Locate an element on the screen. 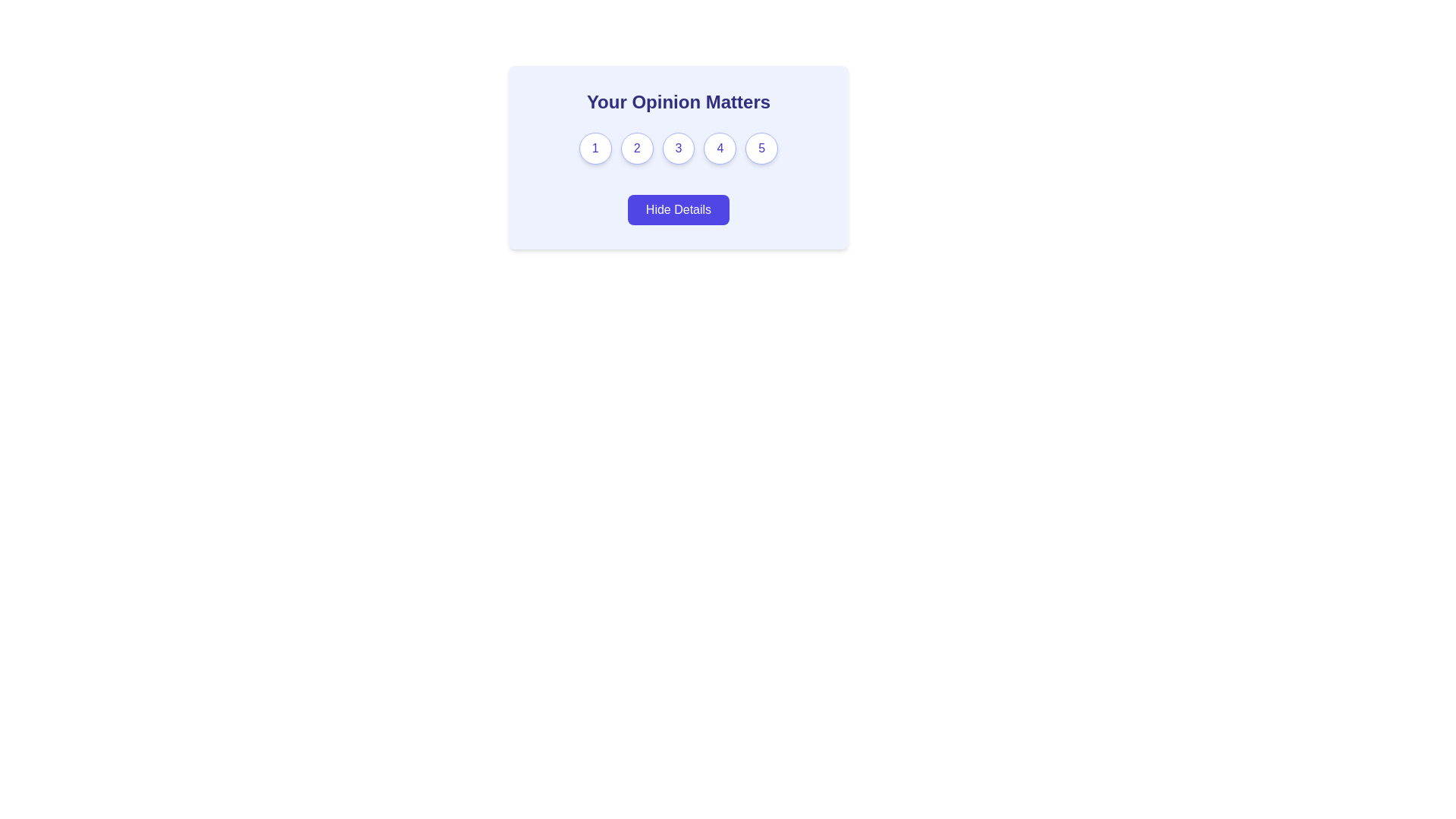 The width and height of the screenshot is (1456, 819). the text element that reads 'Your Opinion Matters', which is styled in bold, medium font and centered alignment, located at the top of a card-like structure is located at coordinates (677, 102).